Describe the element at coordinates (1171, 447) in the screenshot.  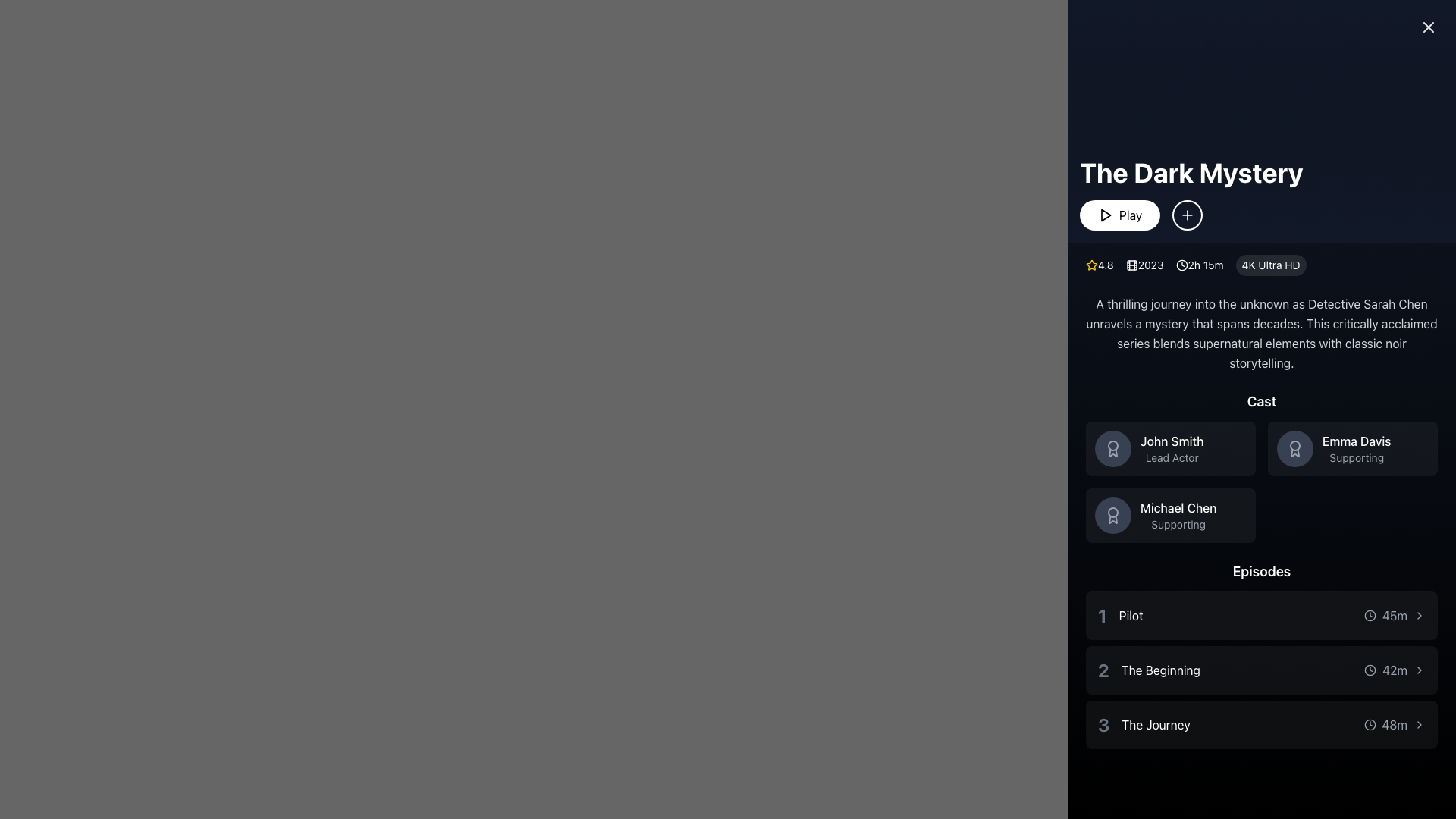
I see `the text and informational label for the cast member located in the first position of the 'Cast' section, right next to the circular thumbnail icon` at that location.